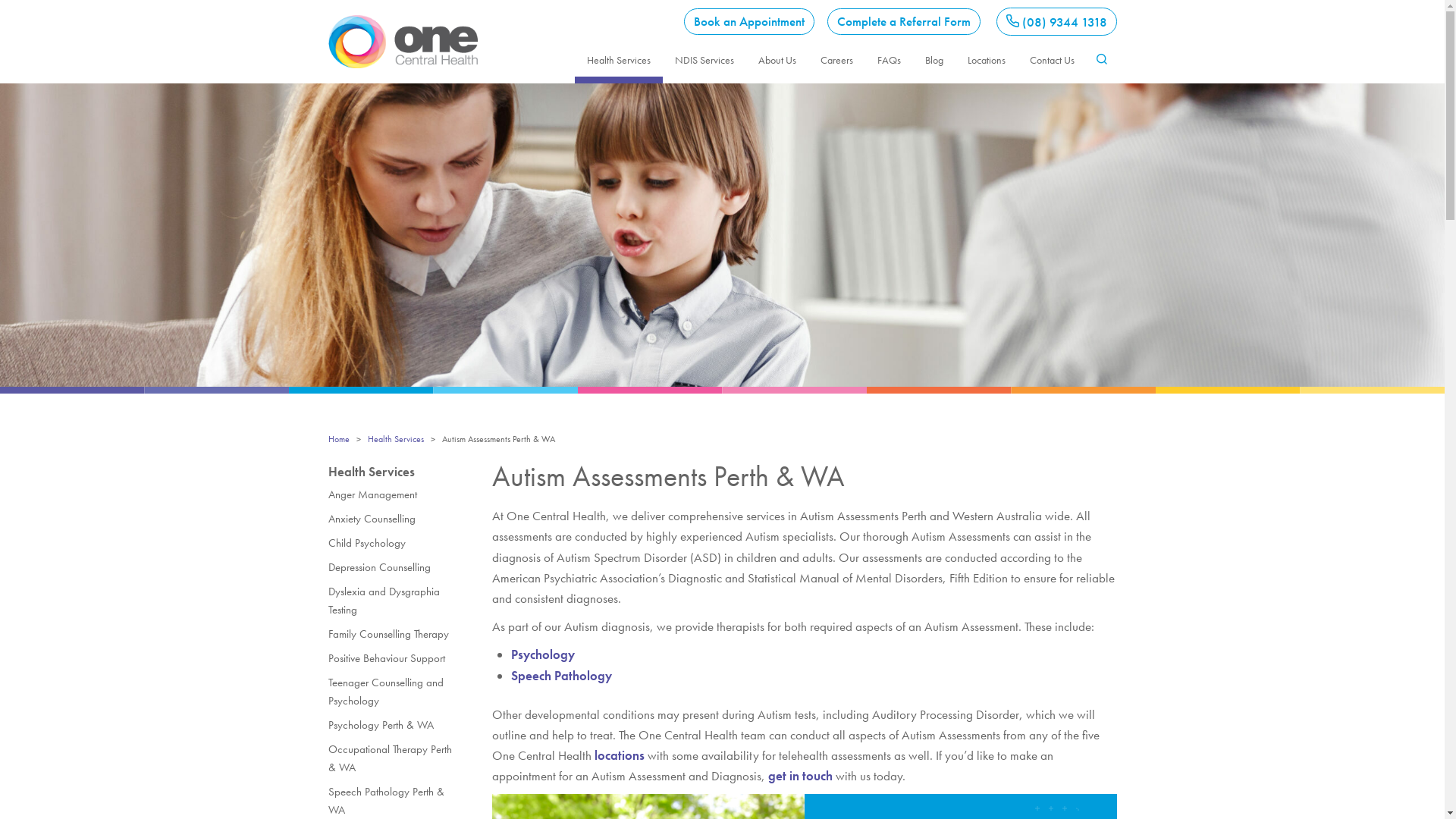 The image size is (1456, 819). What do you see at coordinates (619, 755) in the screenshot?
I see `'locations'` at bounding box center [619, 755].